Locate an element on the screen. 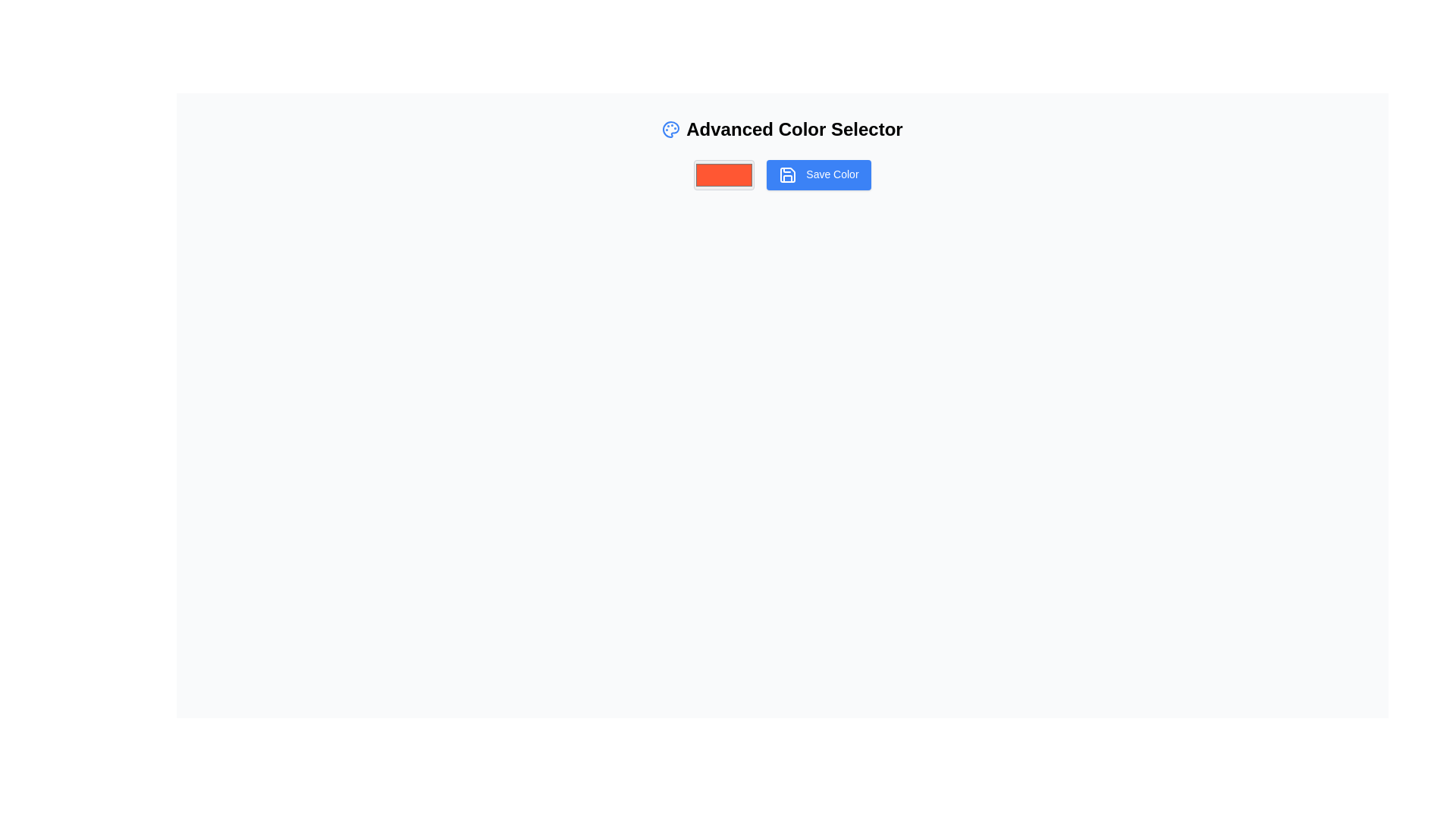  the advanced color selector icon located to the left of the 'Advanced Color Selector' text is located at coordinates (670, 128).